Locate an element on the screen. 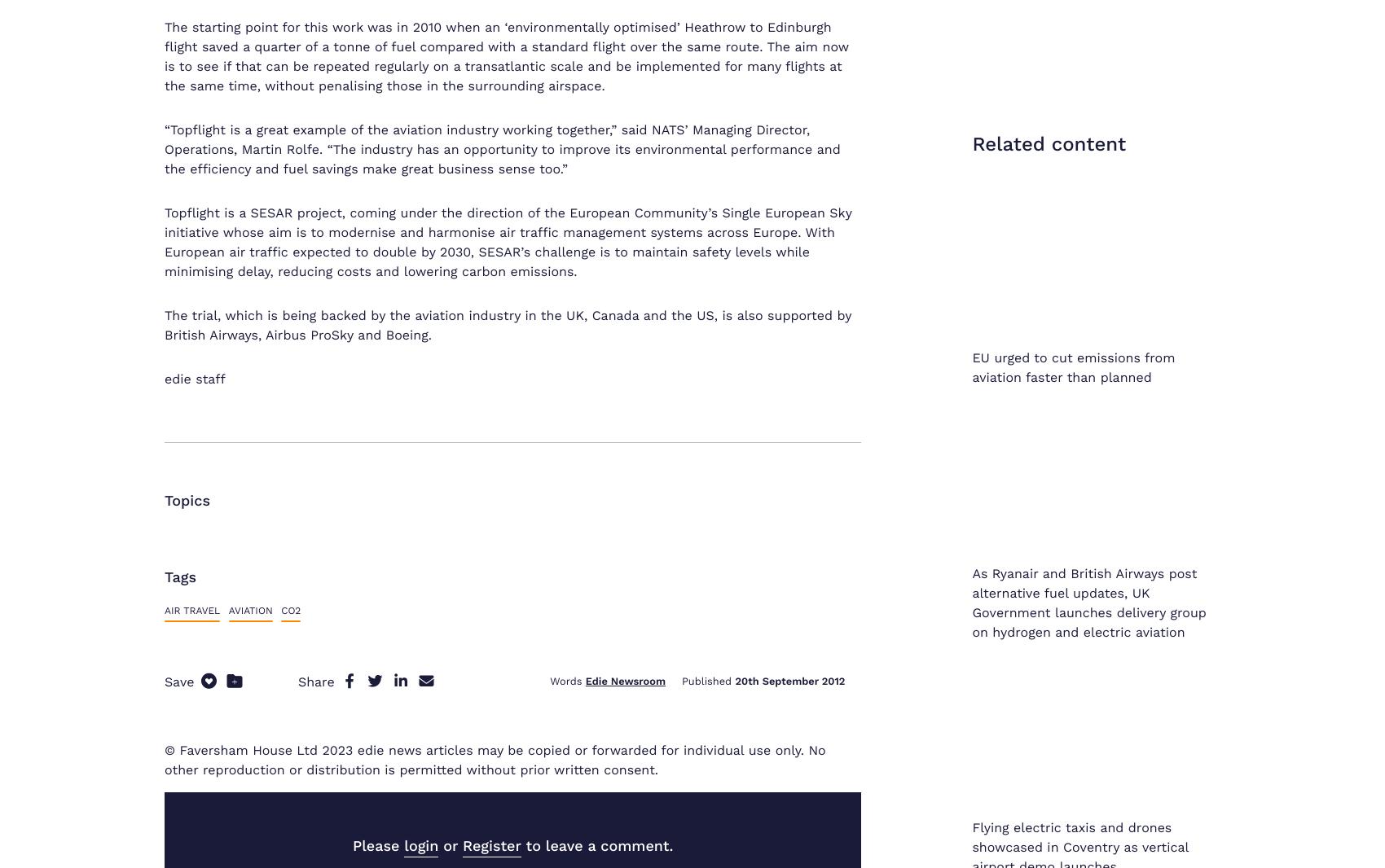 This screenshot has width=1385, height=868. 'Contact' is located at coordinates (908, 592).